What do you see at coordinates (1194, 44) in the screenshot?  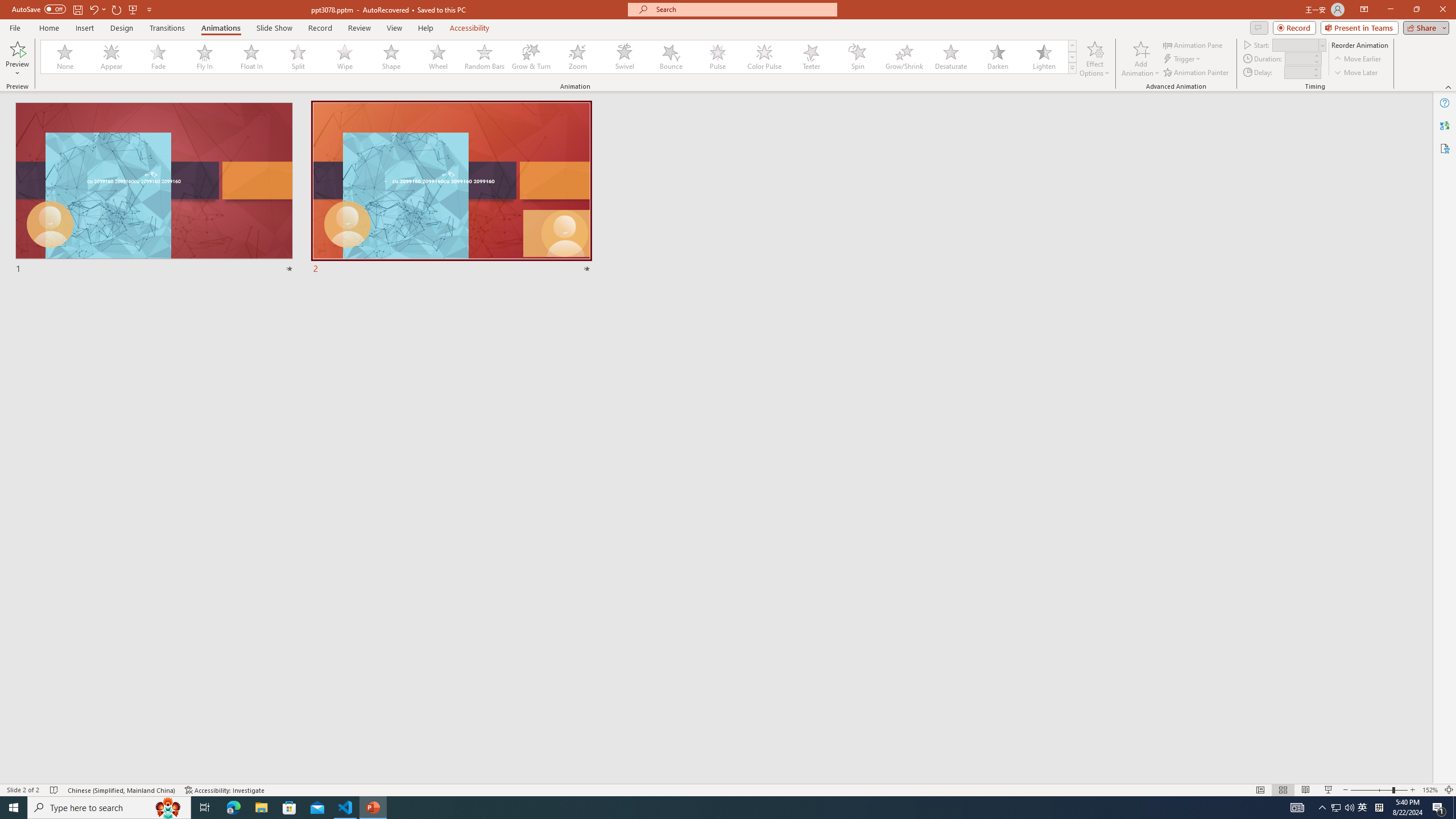 I see `'Animation Pane'` at bounding box center [1194, 44].